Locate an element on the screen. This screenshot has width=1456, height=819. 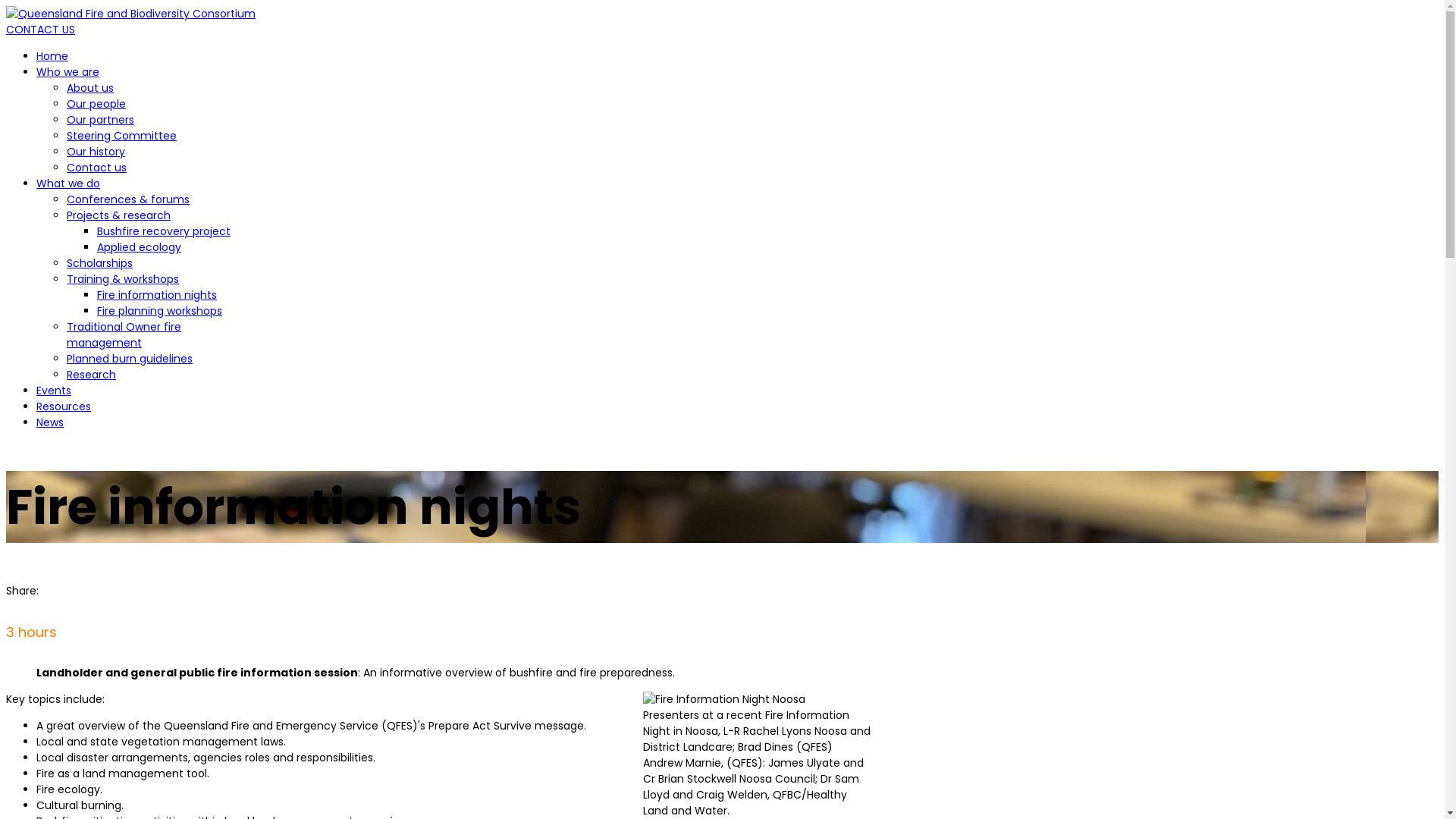
'Applied ecology' is located at coordinates (139, 246).